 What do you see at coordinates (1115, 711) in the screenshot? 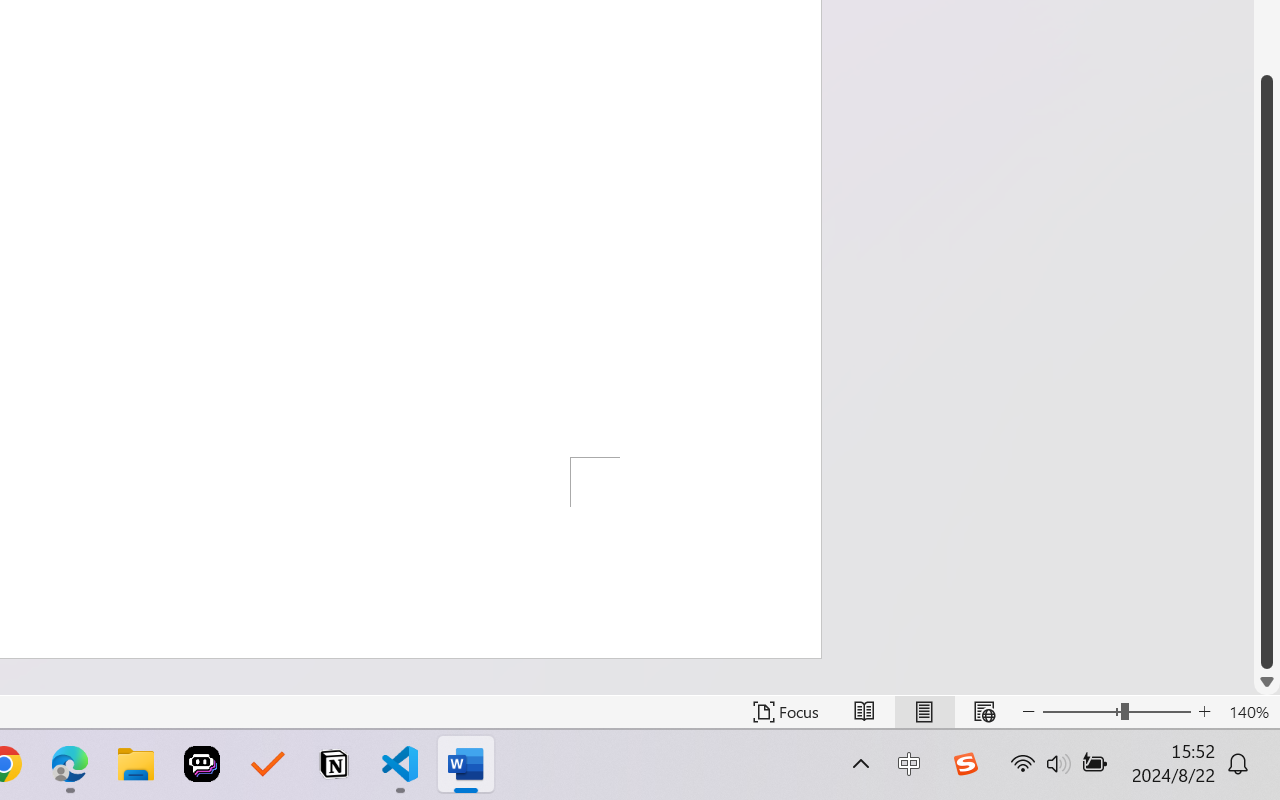
I see `'Zoom'` at bounding box center [1115, 711].